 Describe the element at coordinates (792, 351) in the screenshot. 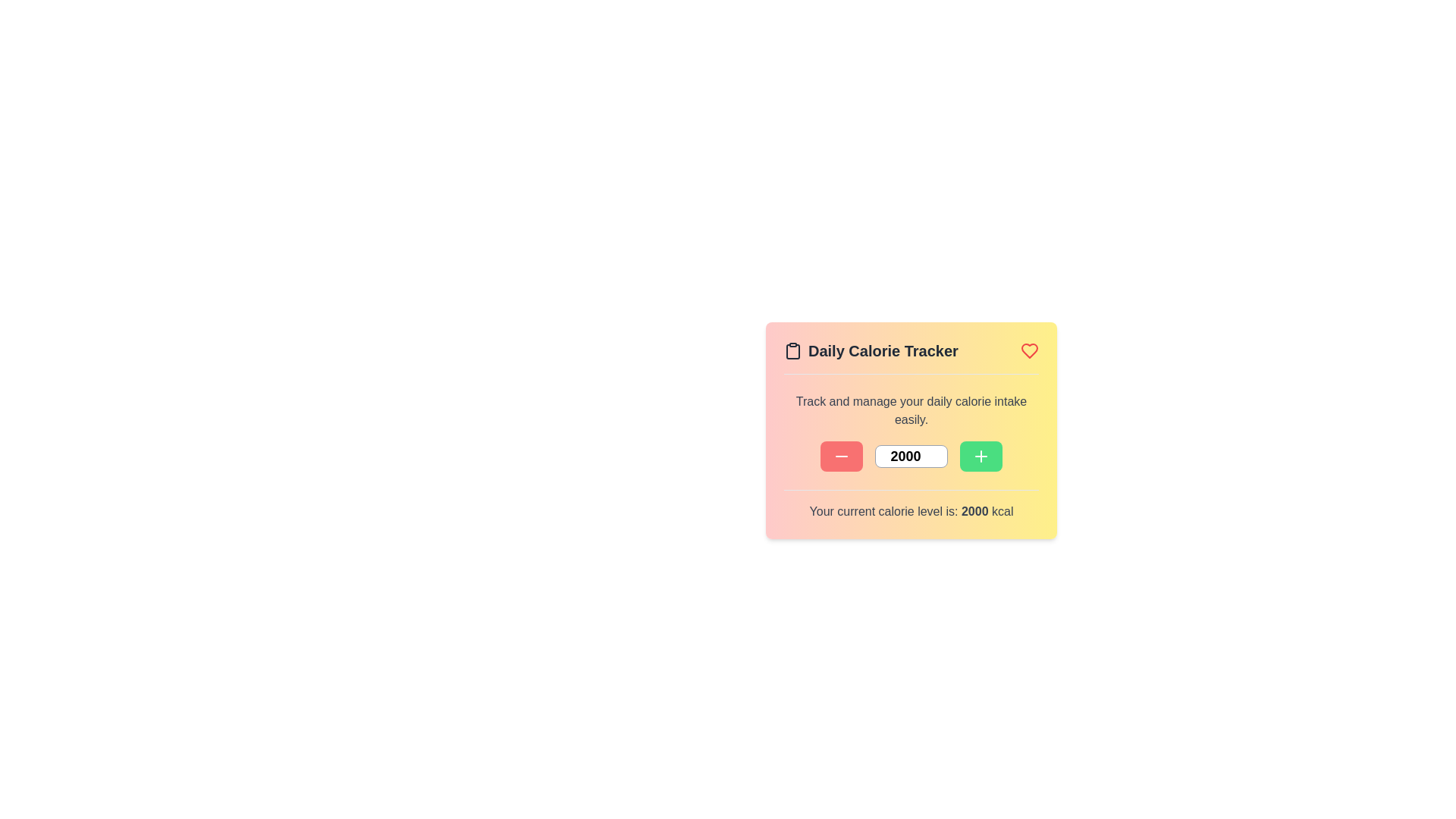

I see `the body of the clipboard icon, which is a rounded rectangular shape located in the top-left corner of the 'Daily Calorie Tracker' interactive card` at that location.